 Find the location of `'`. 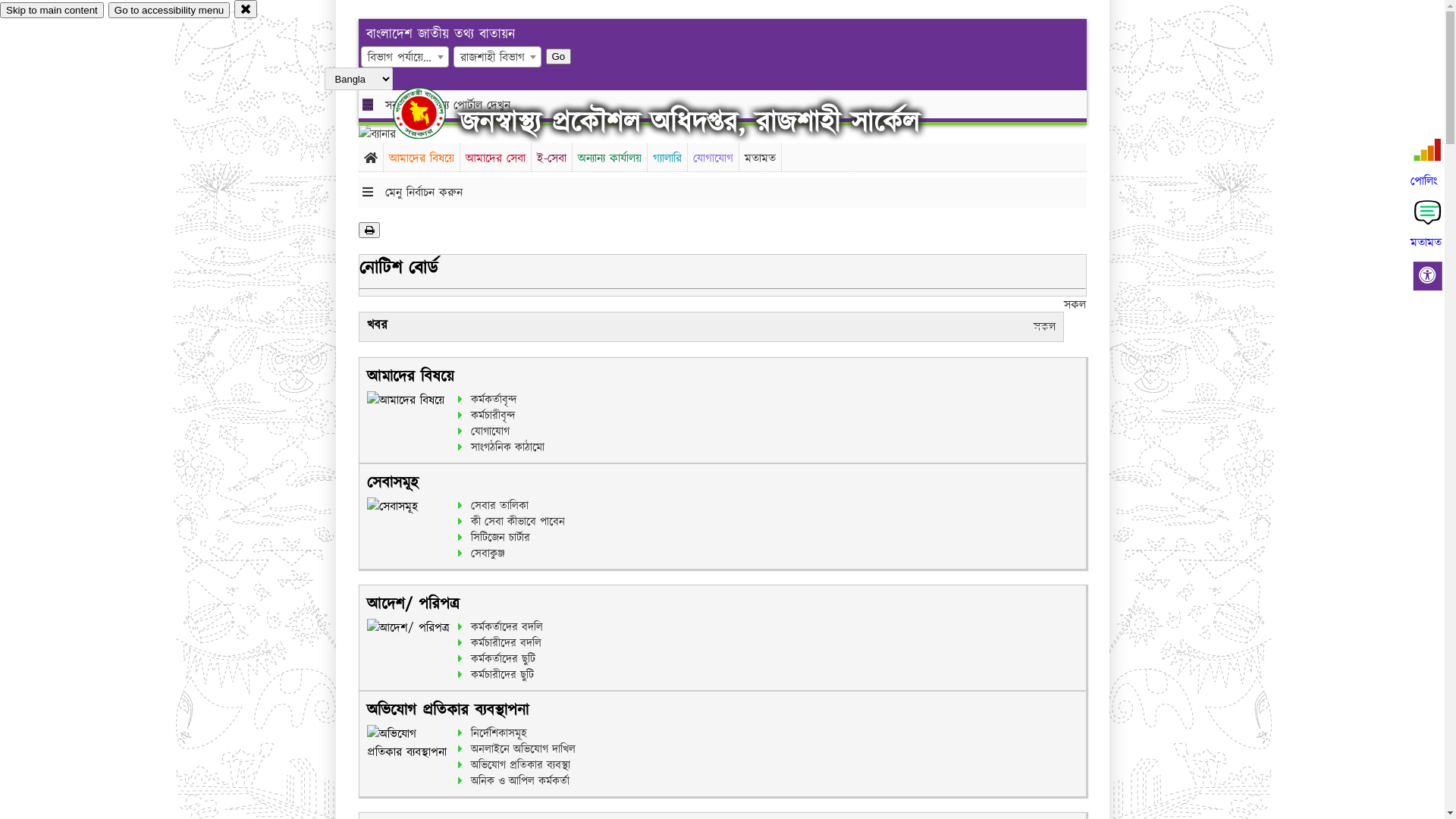

' is located at coordinates (431, 112).